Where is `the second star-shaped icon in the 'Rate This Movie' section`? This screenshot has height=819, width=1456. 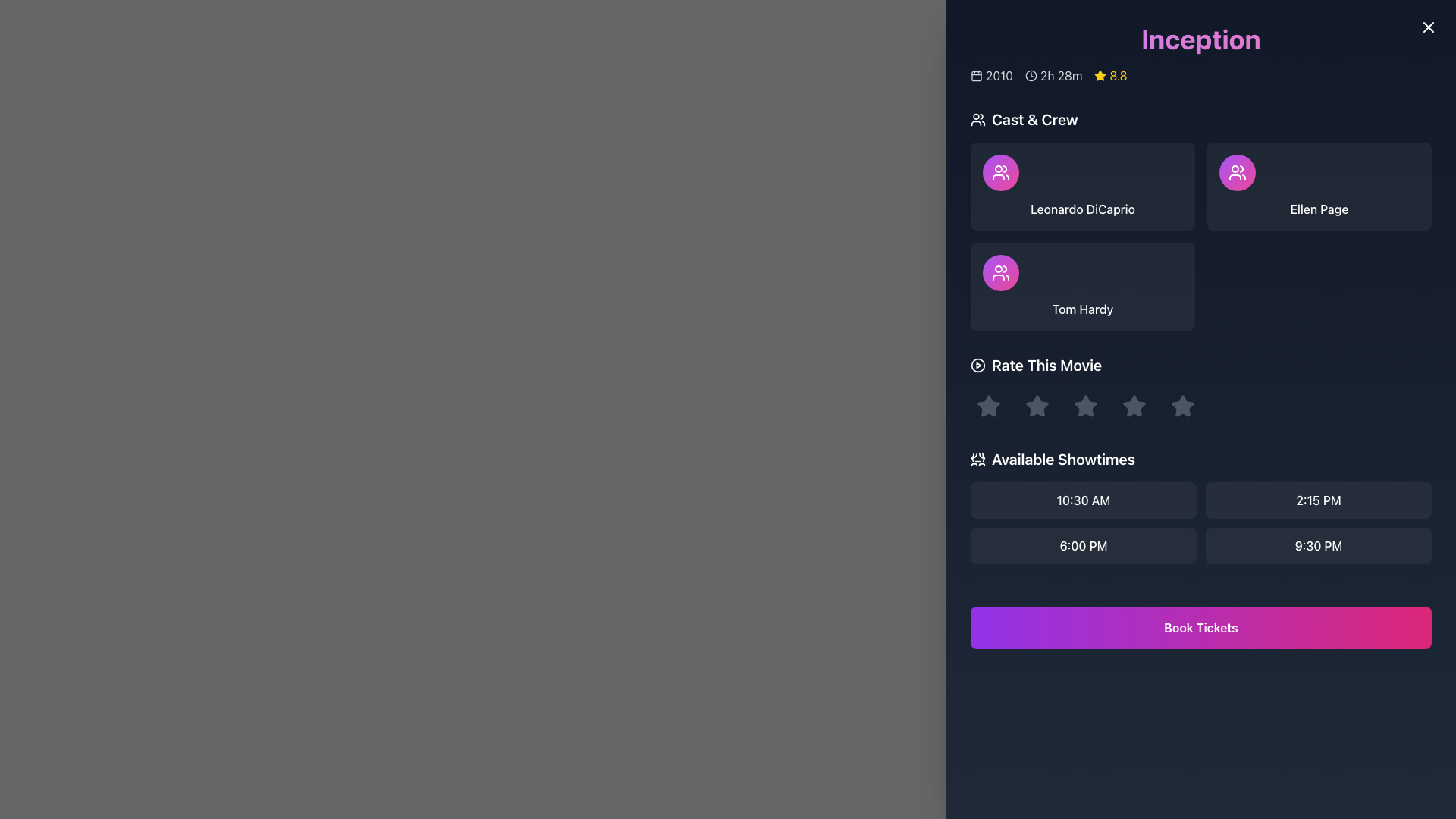 the second star-shaped icon in the 'Rate This Movie' section is located at coordinates (1084, 406).